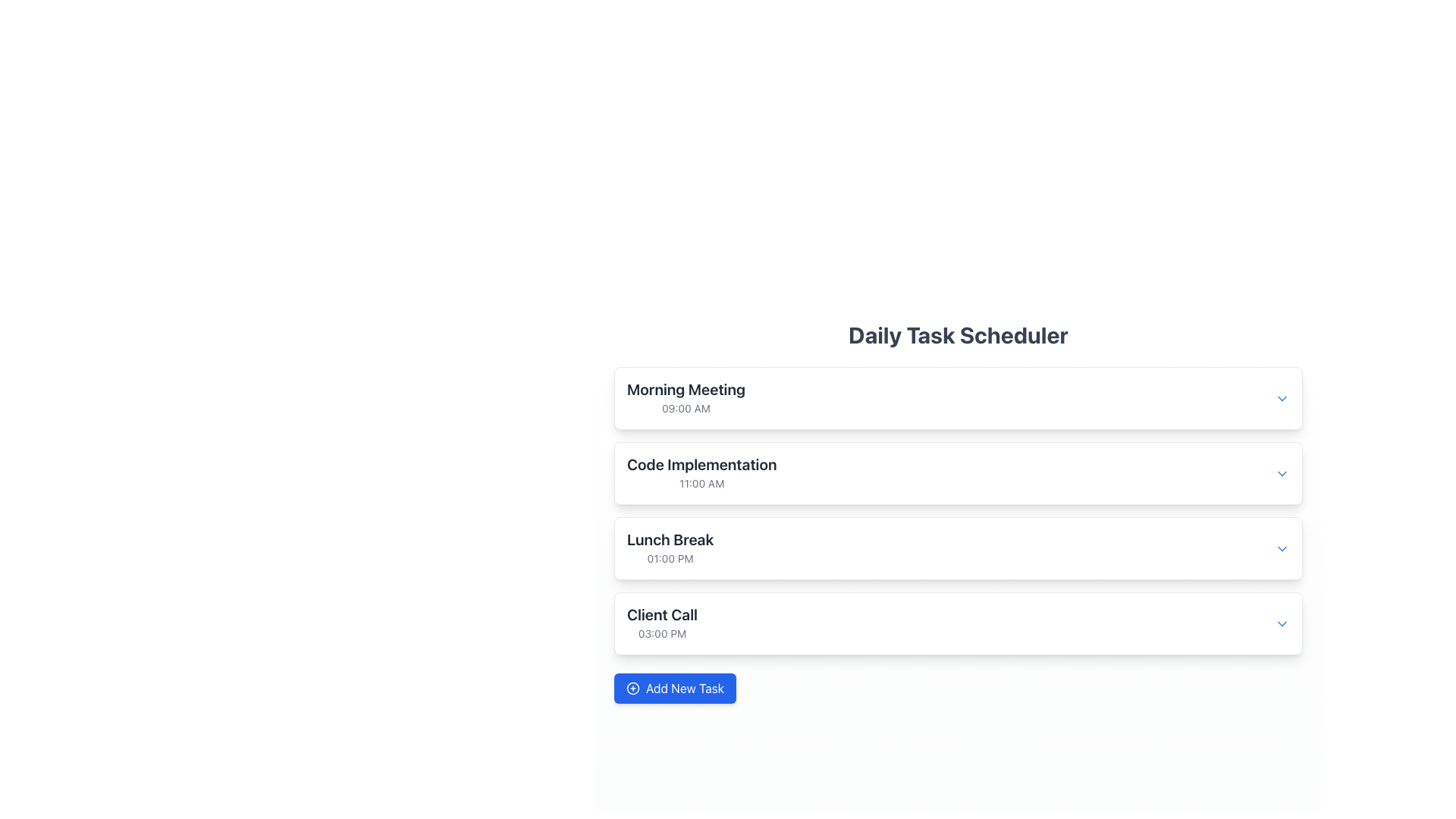 The image size is (1456, 819). What do you see at coordinates (674, 688) in the screenshot?
I see `the 'Add New Task' button, which is a rectangular button with rounded corners, vibrant blue color, white text, and a '+' icon on the left` at bounding box center [674, 688].